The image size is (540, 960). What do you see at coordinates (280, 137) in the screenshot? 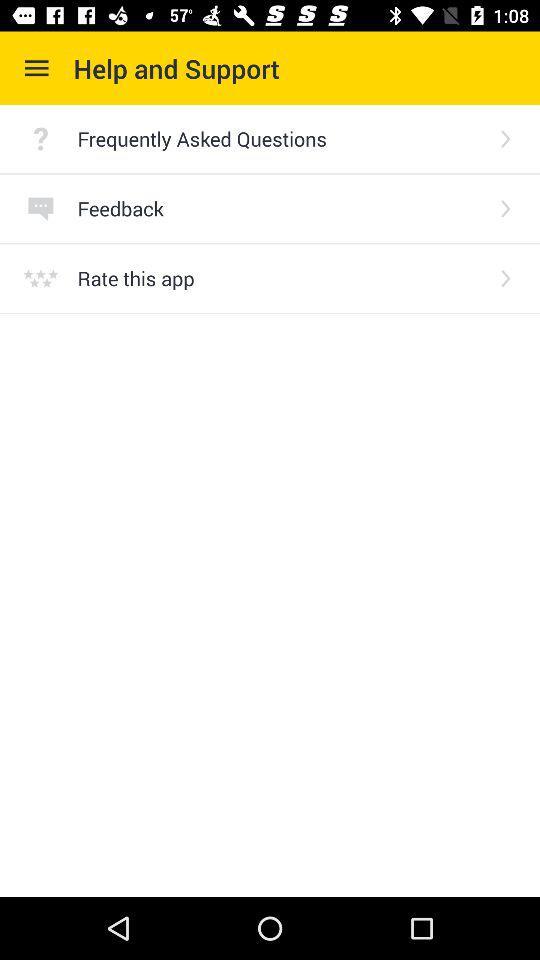
I see `the frequently asked questions` at bounding box center [280, 137].